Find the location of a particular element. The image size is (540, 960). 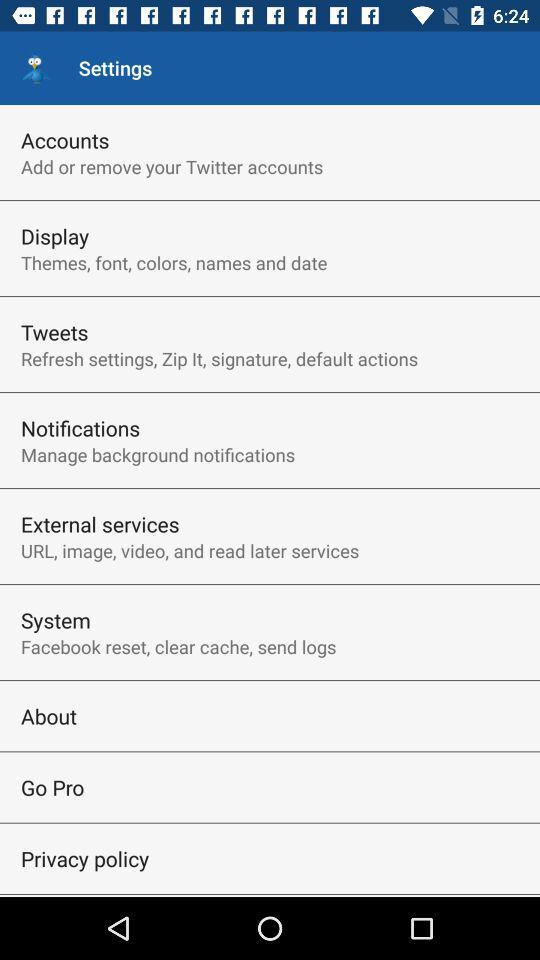

manage background notifications is located at coordinates (157, 454).